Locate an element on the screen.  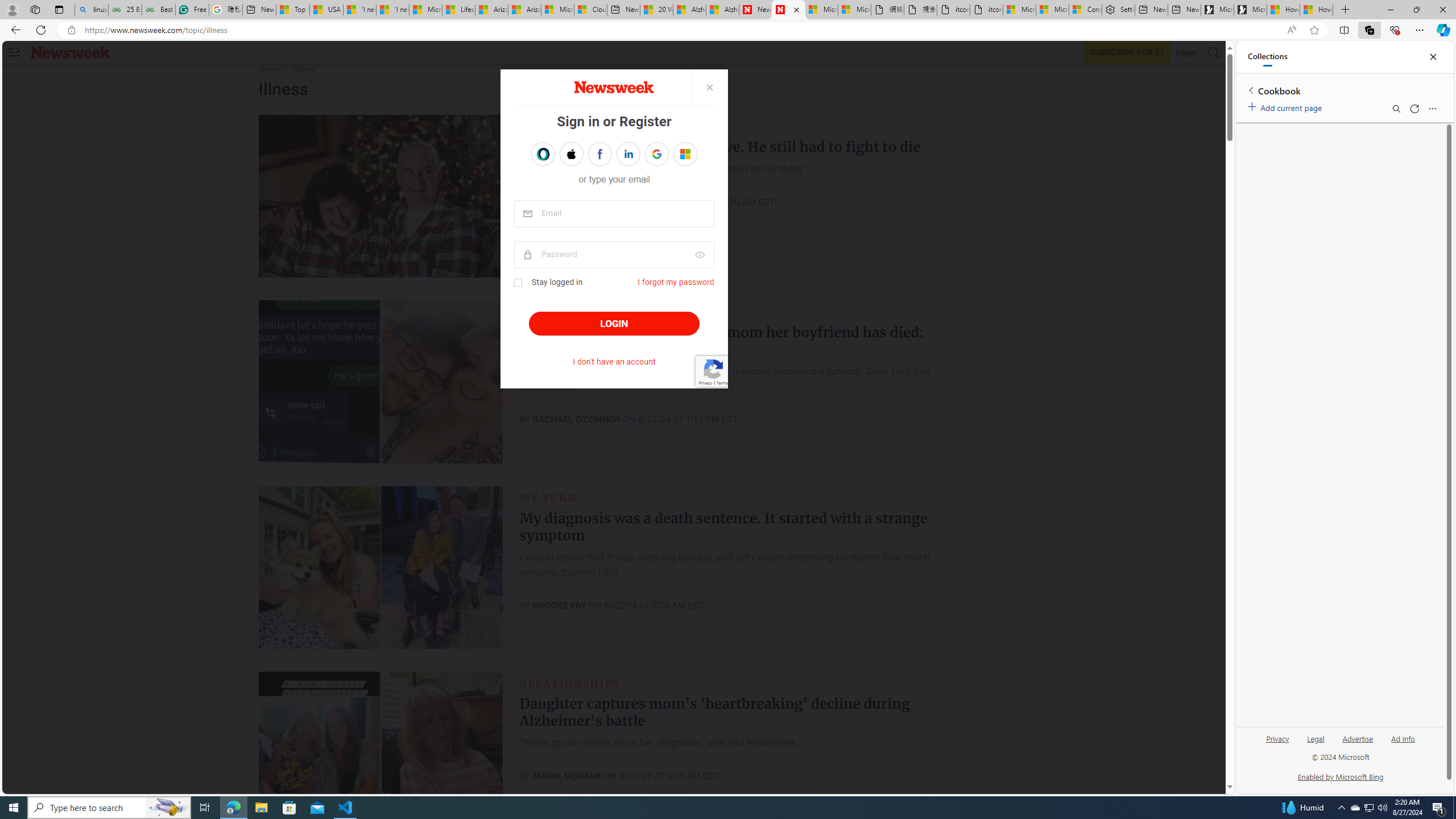
'Ad info' is located at coordinates (1403, 742).